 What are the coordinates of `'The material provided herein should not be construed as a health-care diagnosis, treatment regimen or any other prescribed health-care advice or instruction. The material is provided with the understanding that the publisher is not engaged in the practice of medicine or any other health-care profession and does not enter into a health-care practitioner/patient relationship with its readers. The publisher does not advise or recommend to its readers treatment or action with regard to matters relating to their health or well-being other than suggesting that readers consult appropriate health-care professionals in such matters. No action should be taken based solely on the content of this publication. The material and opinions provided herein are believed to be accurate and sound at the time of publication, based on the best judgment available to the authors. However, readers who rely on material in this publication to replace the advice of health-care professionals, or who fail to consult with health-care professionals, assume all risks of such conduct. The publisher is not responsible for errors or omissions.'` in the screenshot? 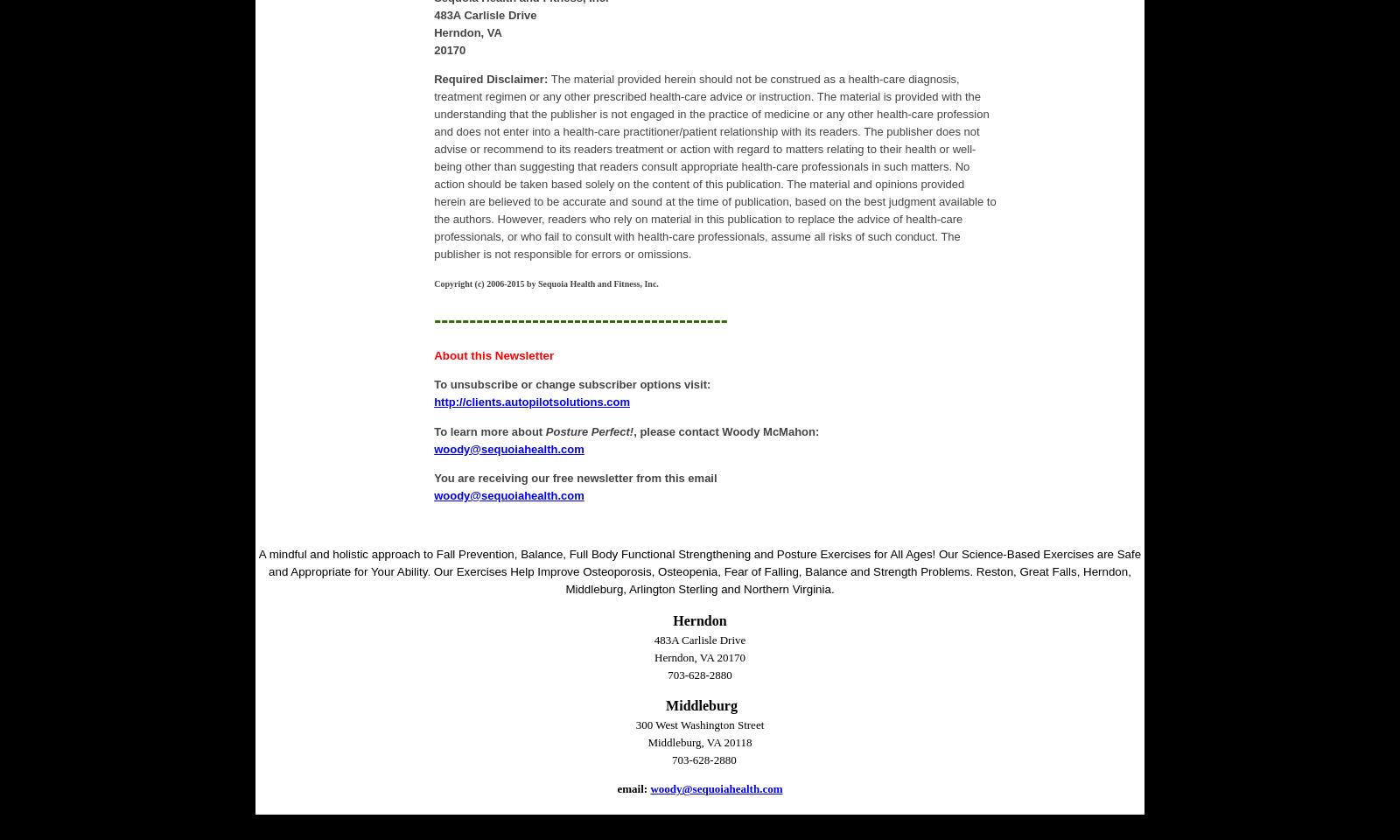 It's located at (713, 166).